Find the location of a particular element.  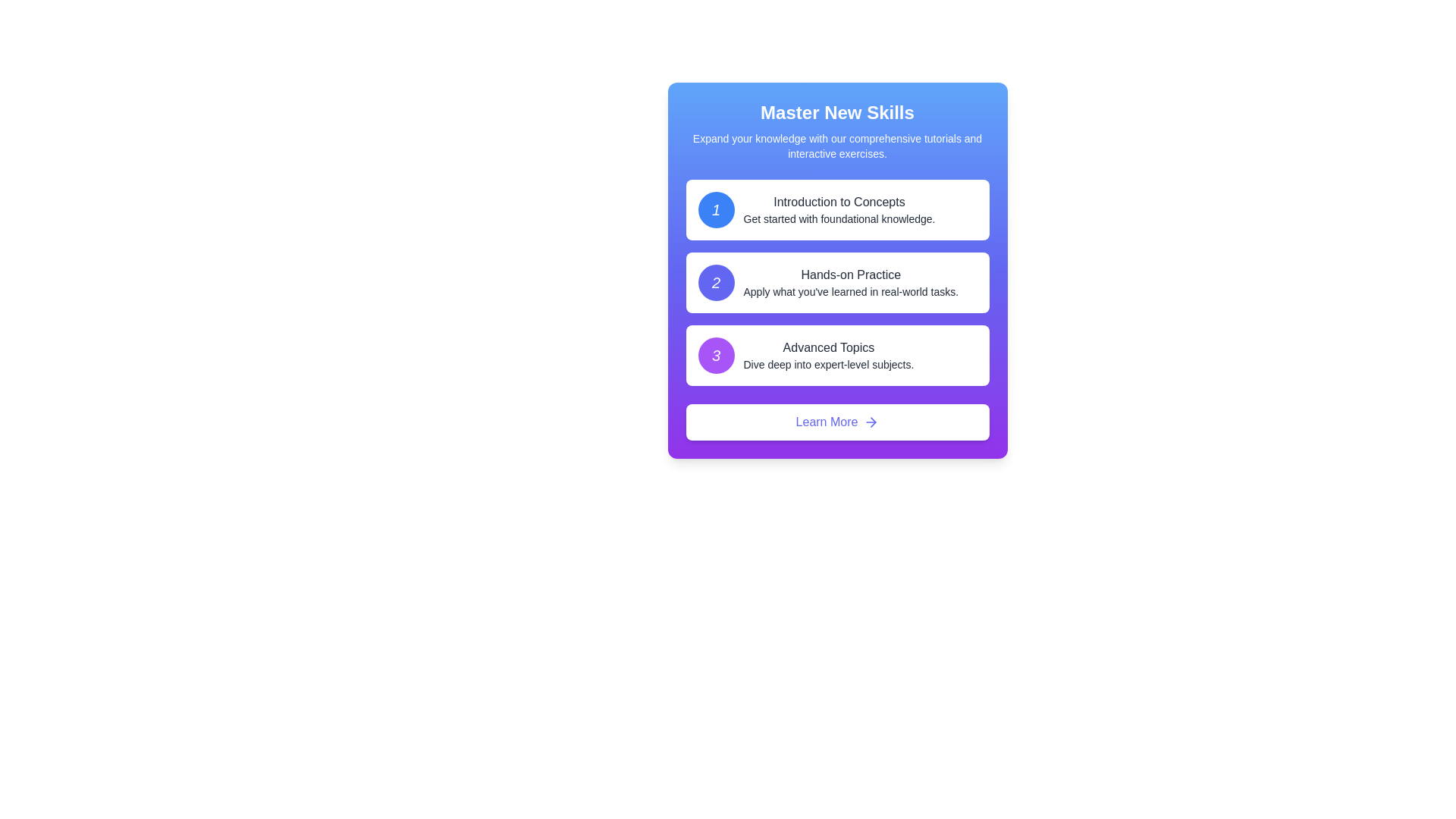

descriptive text located in the first card directly below the 'Introduction to Concepts' title, providing additional context for this section is located at coordinates (838, 219).